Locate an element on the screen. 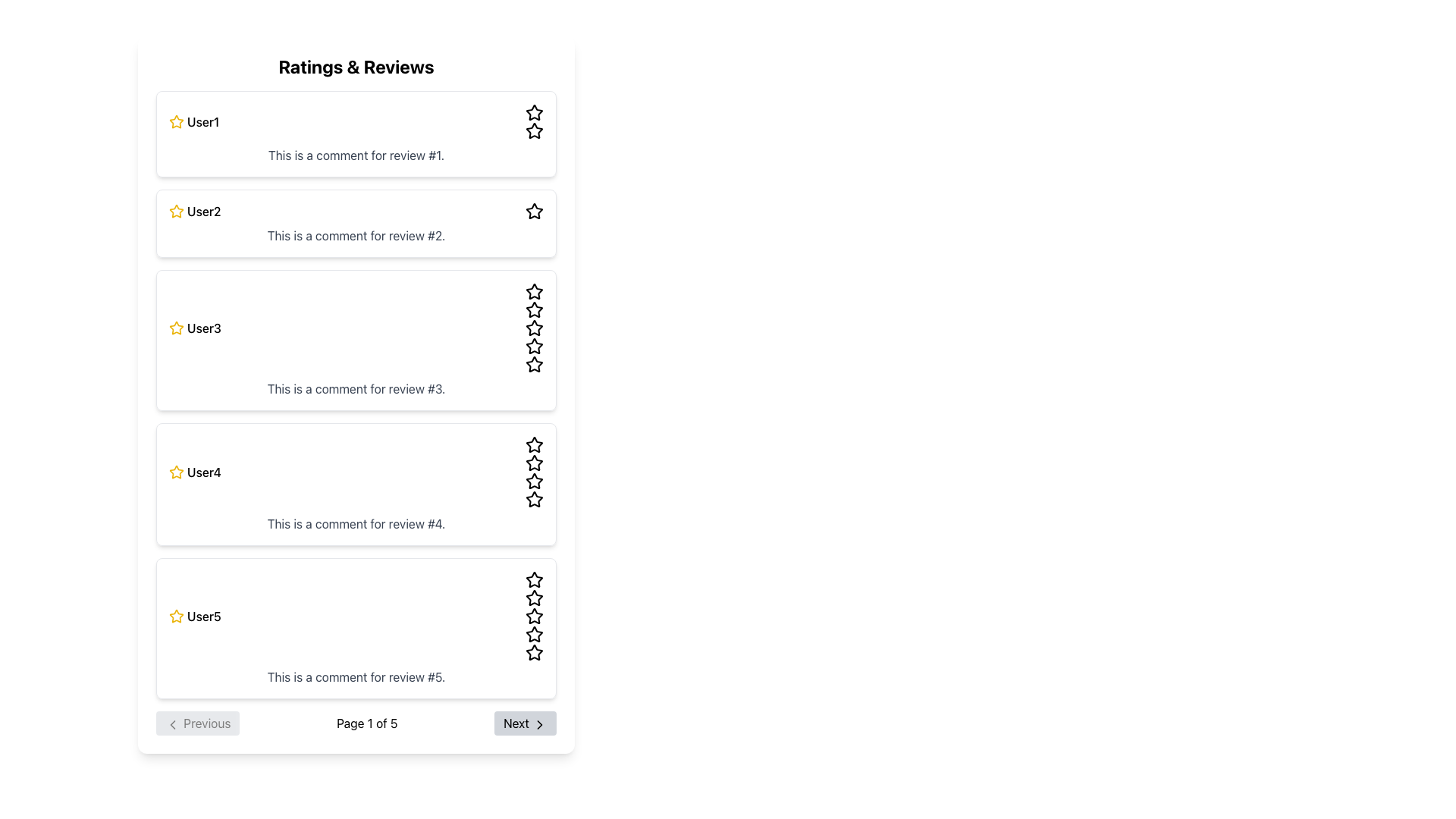 The height and width of the screenshot is (819, 1456). the fourth star icon in the rating system for 'User3' is located at coordinates (535, 327).